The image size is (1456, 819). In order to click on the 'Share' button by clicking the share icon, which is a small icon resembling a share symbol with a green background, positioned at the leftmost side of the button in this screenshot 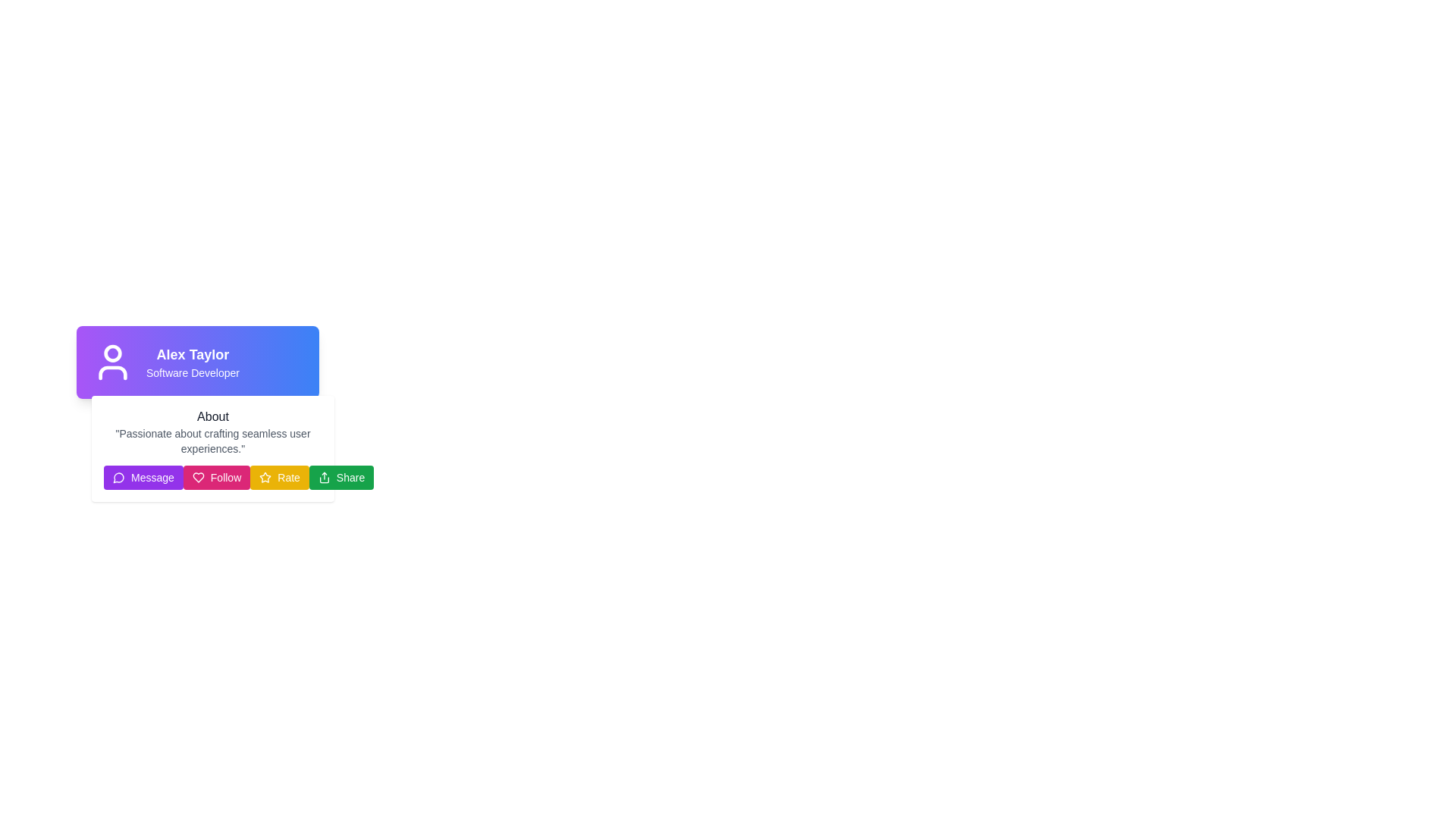, I will do `click(323, 476)`.